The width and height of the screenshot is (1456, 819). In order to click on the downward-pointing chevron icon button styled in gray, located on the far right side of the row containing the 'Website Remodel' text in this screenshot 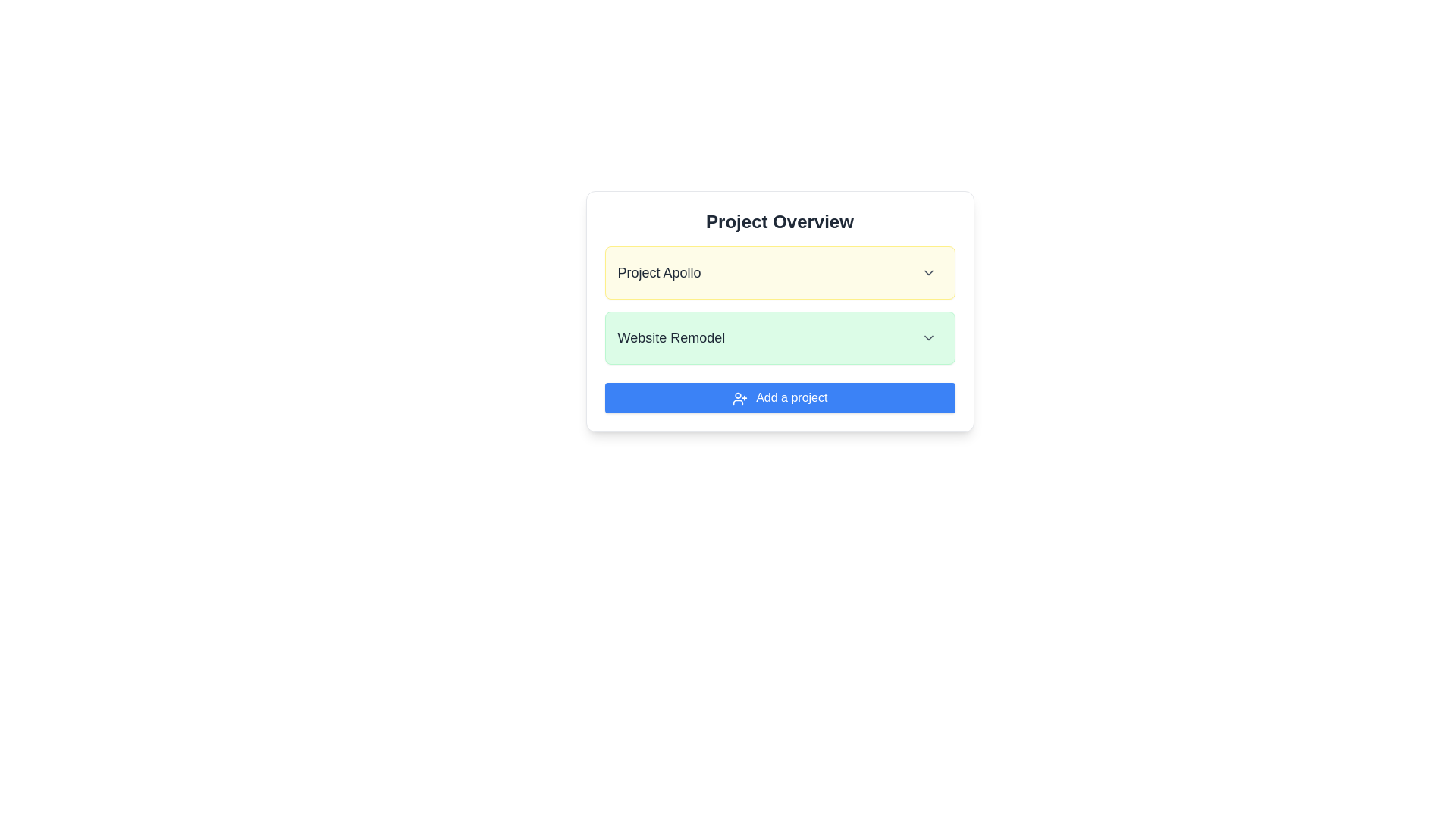, I will do `click(927, 337)`.